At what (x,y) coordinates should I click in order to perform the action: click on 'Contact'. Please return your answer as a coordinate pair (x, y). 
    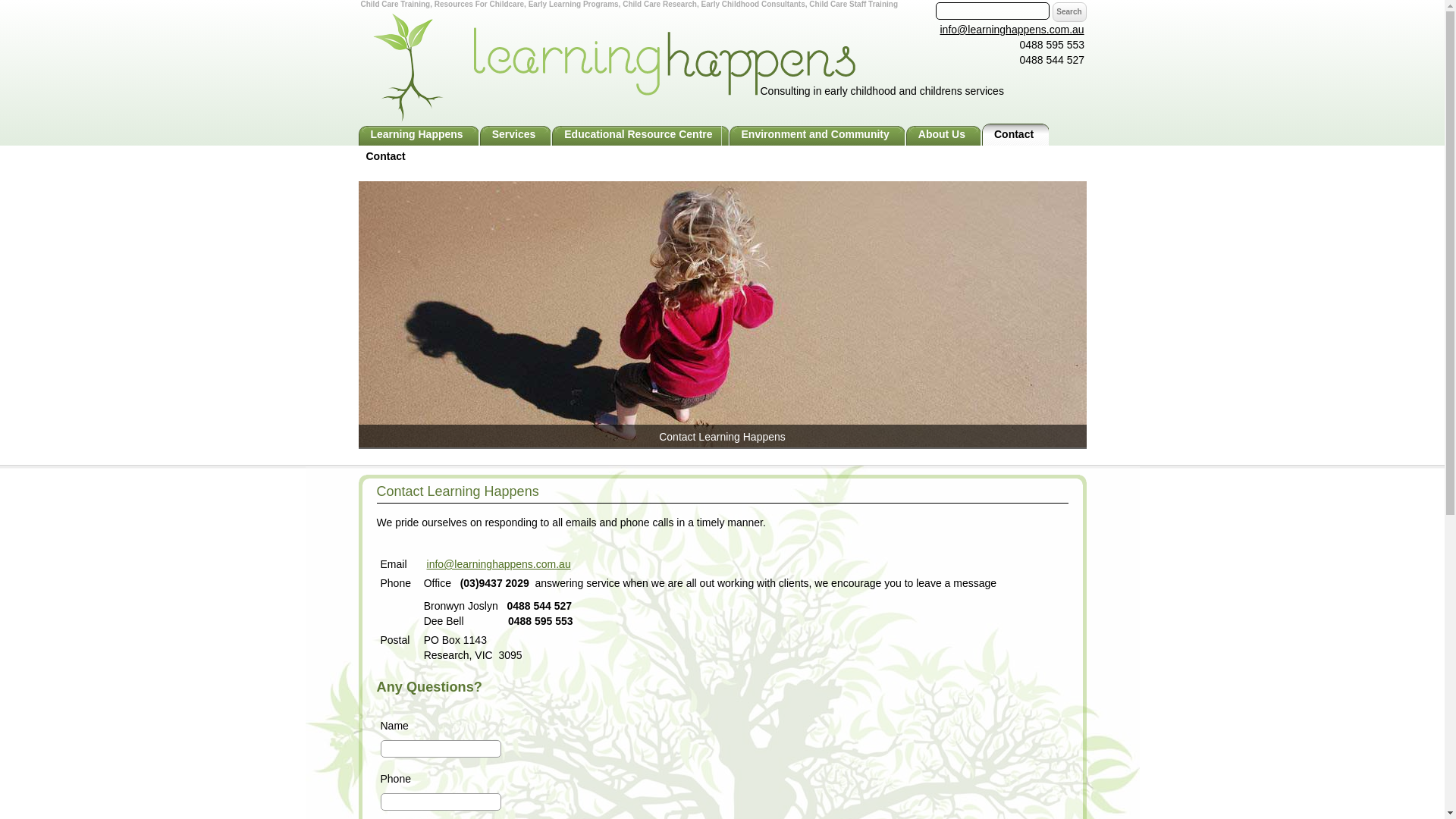
    Looking at the image, I should click on (1015, 133).